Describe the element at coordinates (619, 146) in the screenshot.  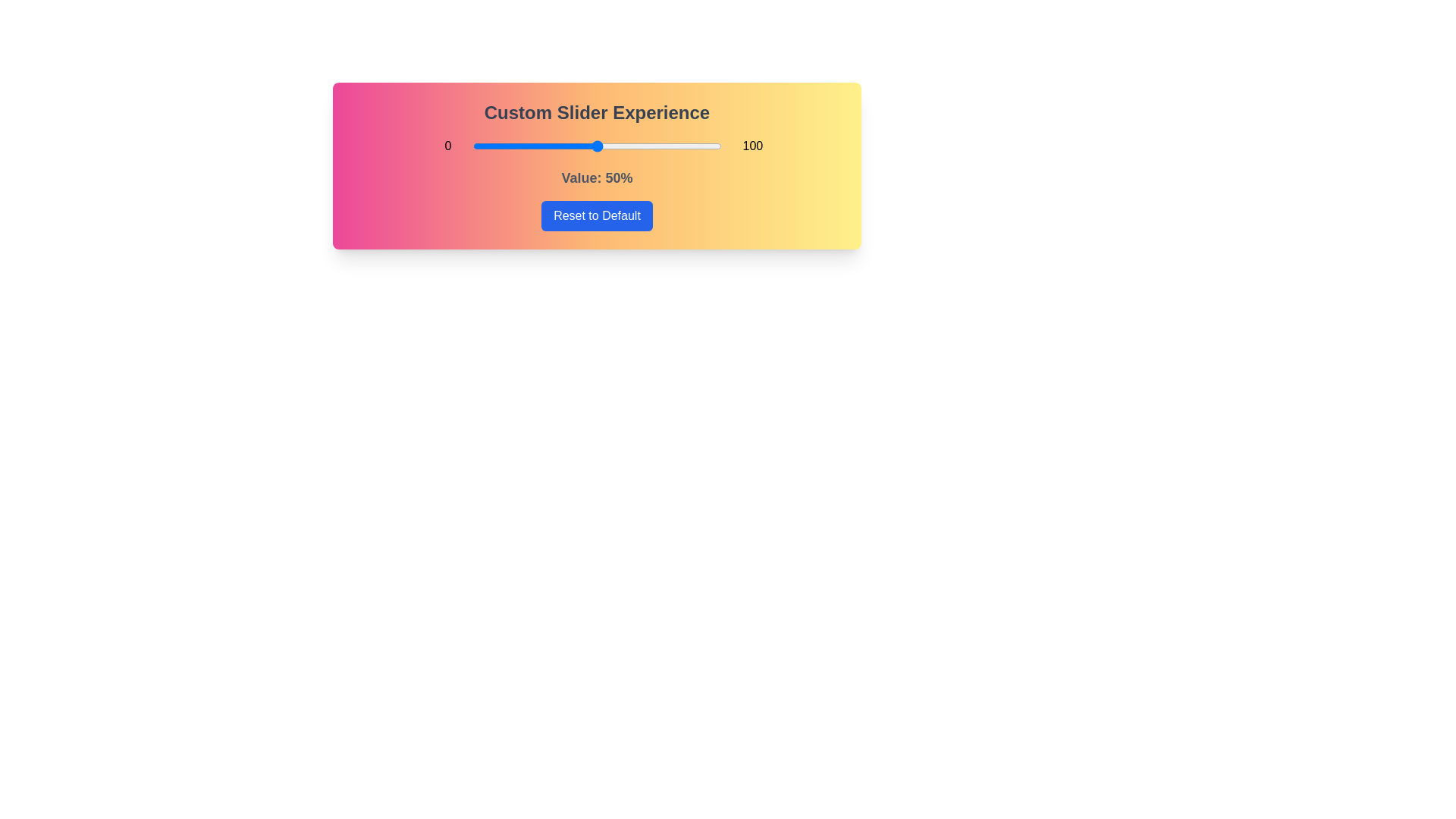
I see `the slider to 59% to explore the gradient background` at that location.